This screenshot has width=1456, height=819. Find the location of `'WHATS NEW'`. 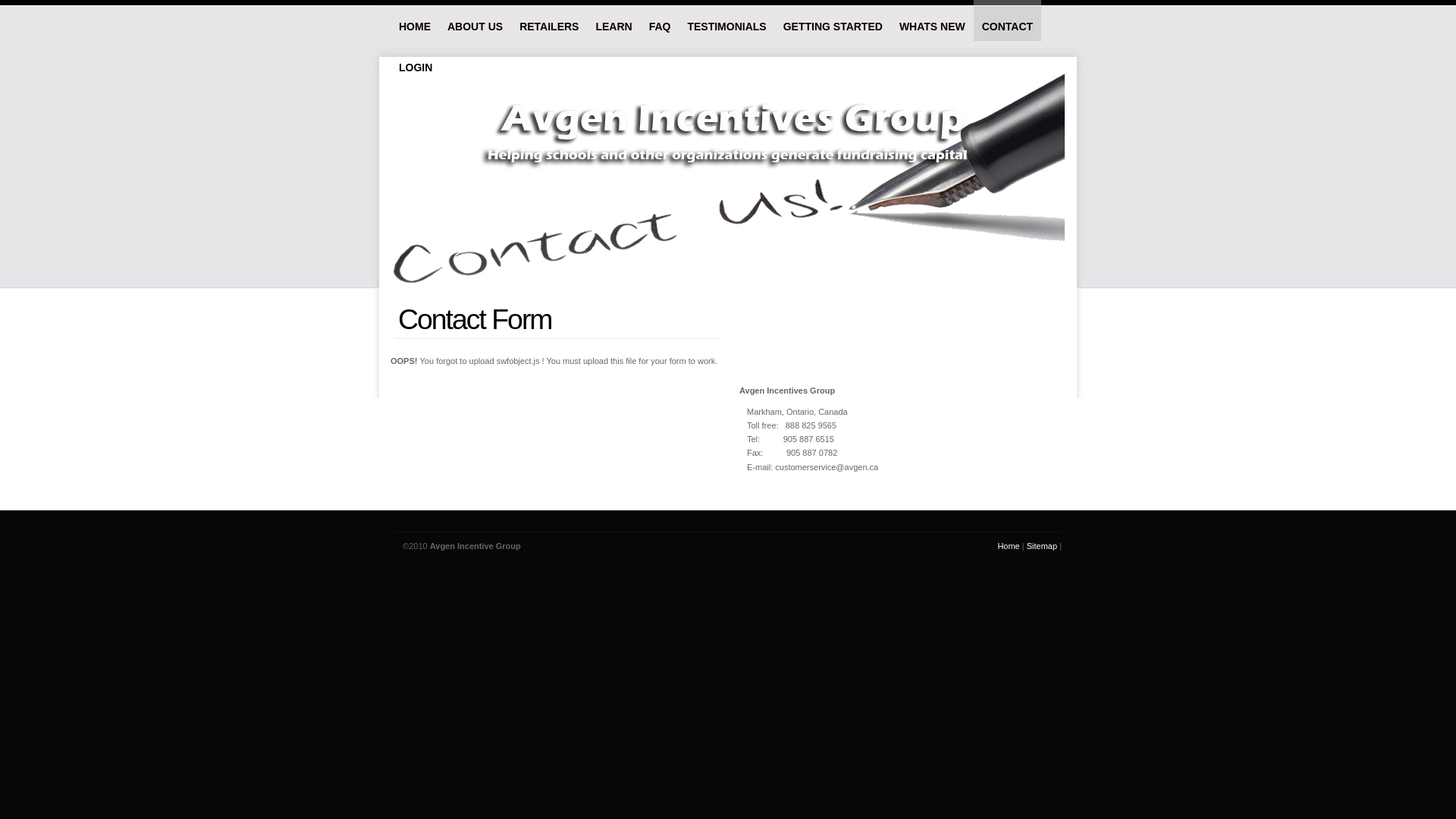

'WHATS NEW' is located at coordinates (931, 20).